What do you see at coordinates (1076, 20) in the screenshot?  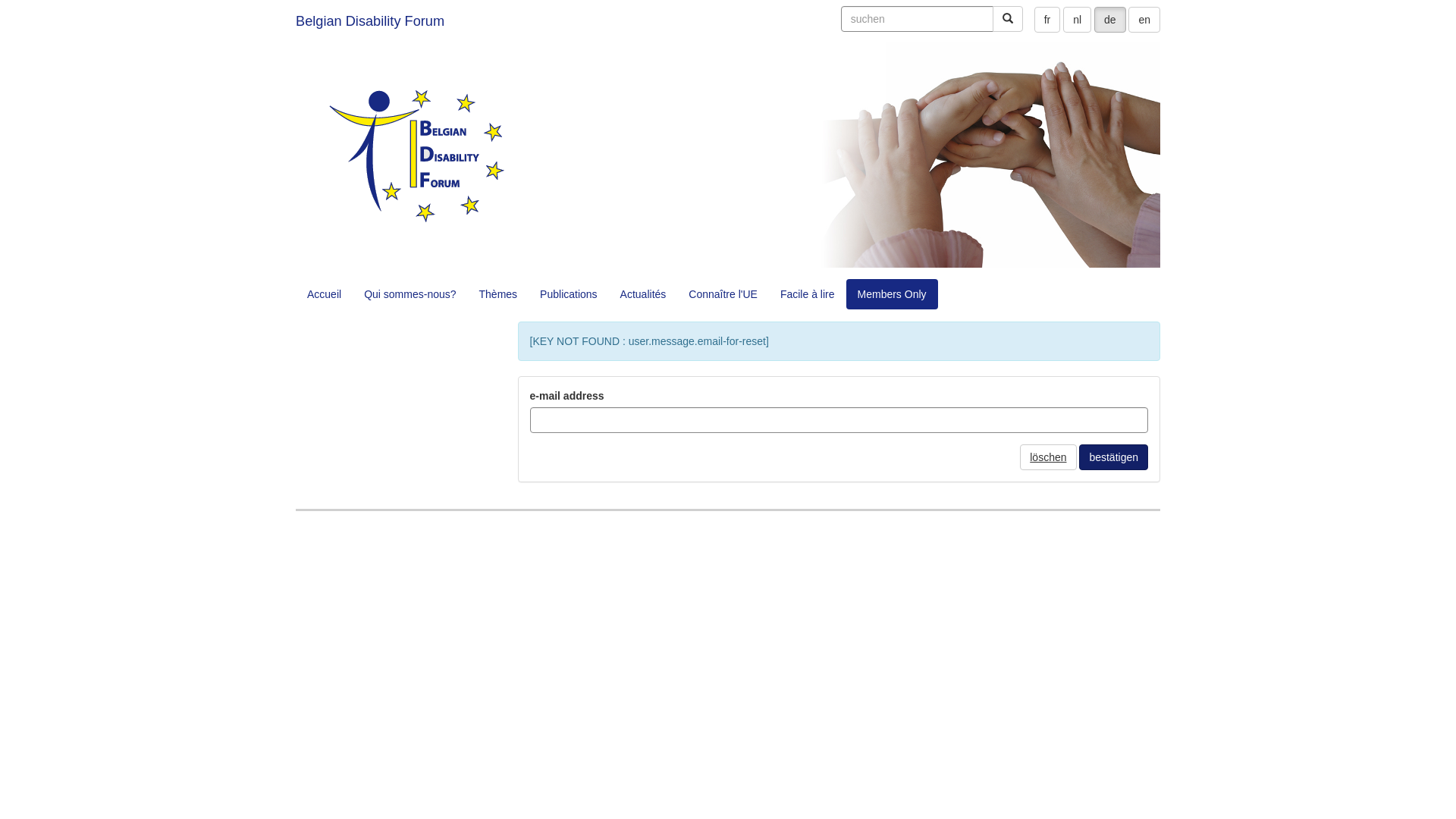 I see `'nl'` at bounding box center [1076, 20].